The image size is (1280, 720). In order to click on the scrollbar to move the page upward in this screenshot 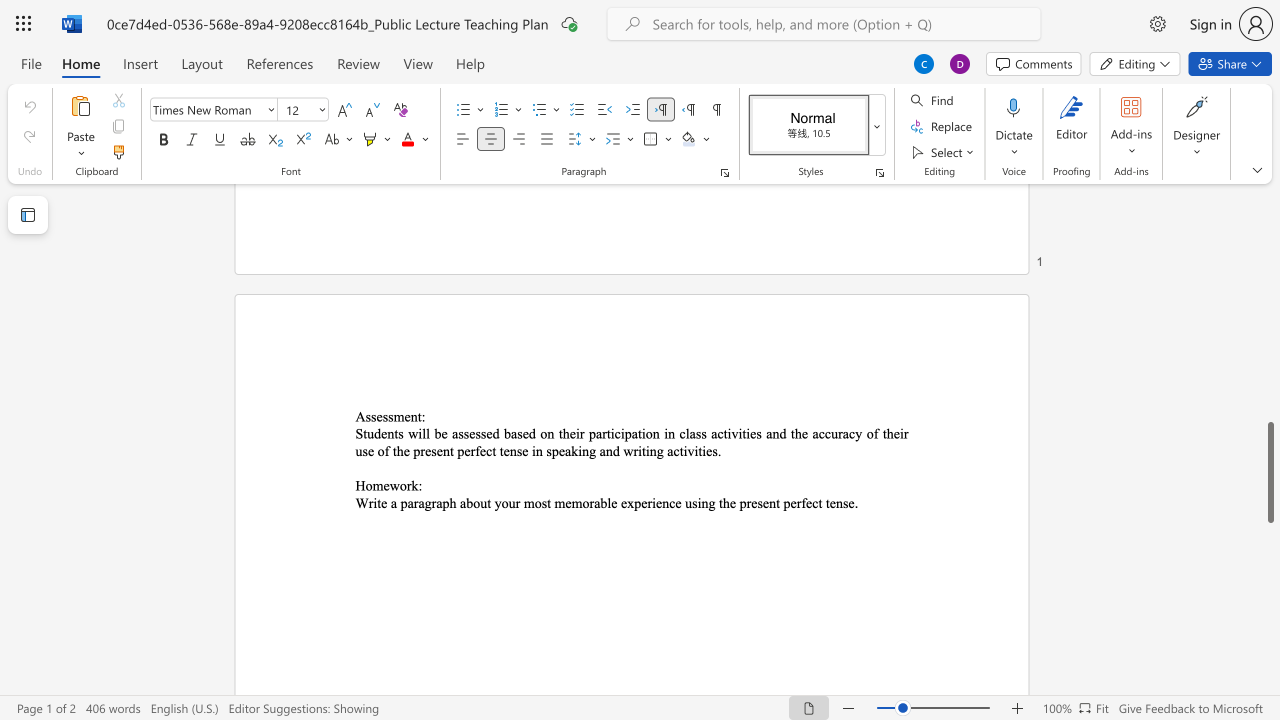, I will do `click(1269, 228)`.